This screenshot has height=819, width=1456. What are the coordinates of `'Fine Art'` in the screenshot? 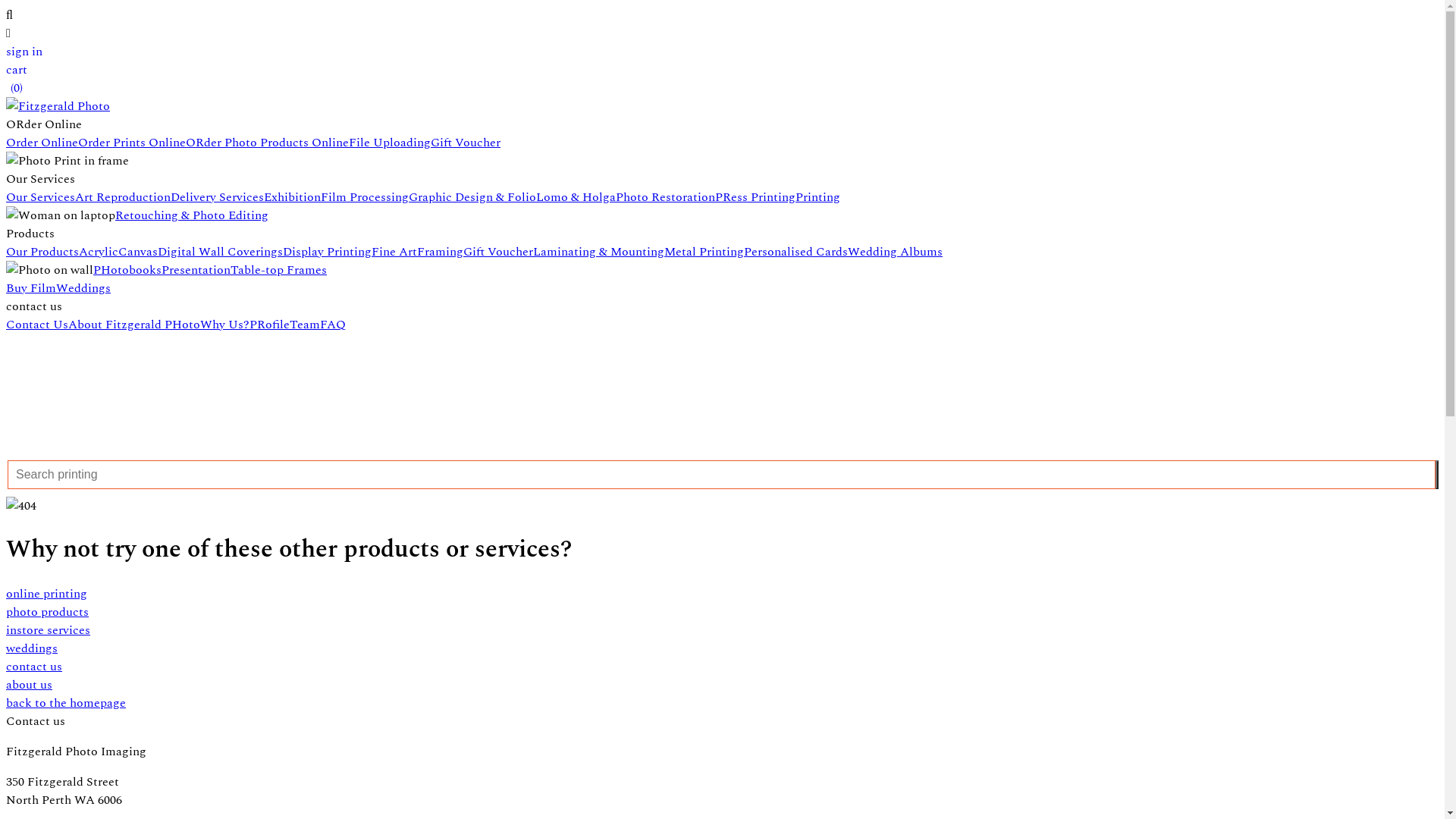 It's located at (371, 250).